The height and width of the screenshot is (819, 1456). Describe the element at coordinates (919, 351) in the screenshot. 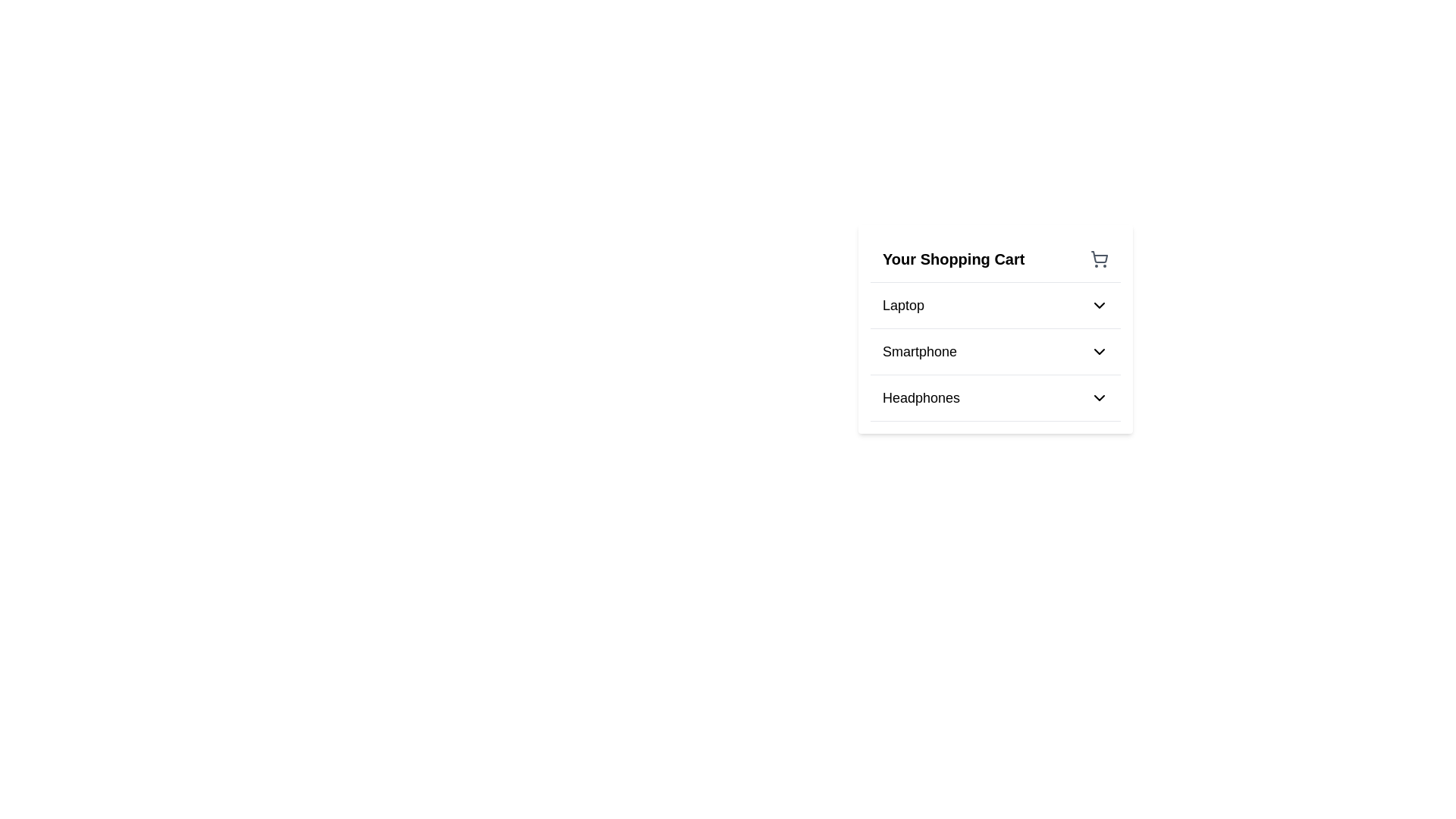

I see `text of the 'Smartphone' category label, which is the second item in the vertically stacked list of product categories` at that location.